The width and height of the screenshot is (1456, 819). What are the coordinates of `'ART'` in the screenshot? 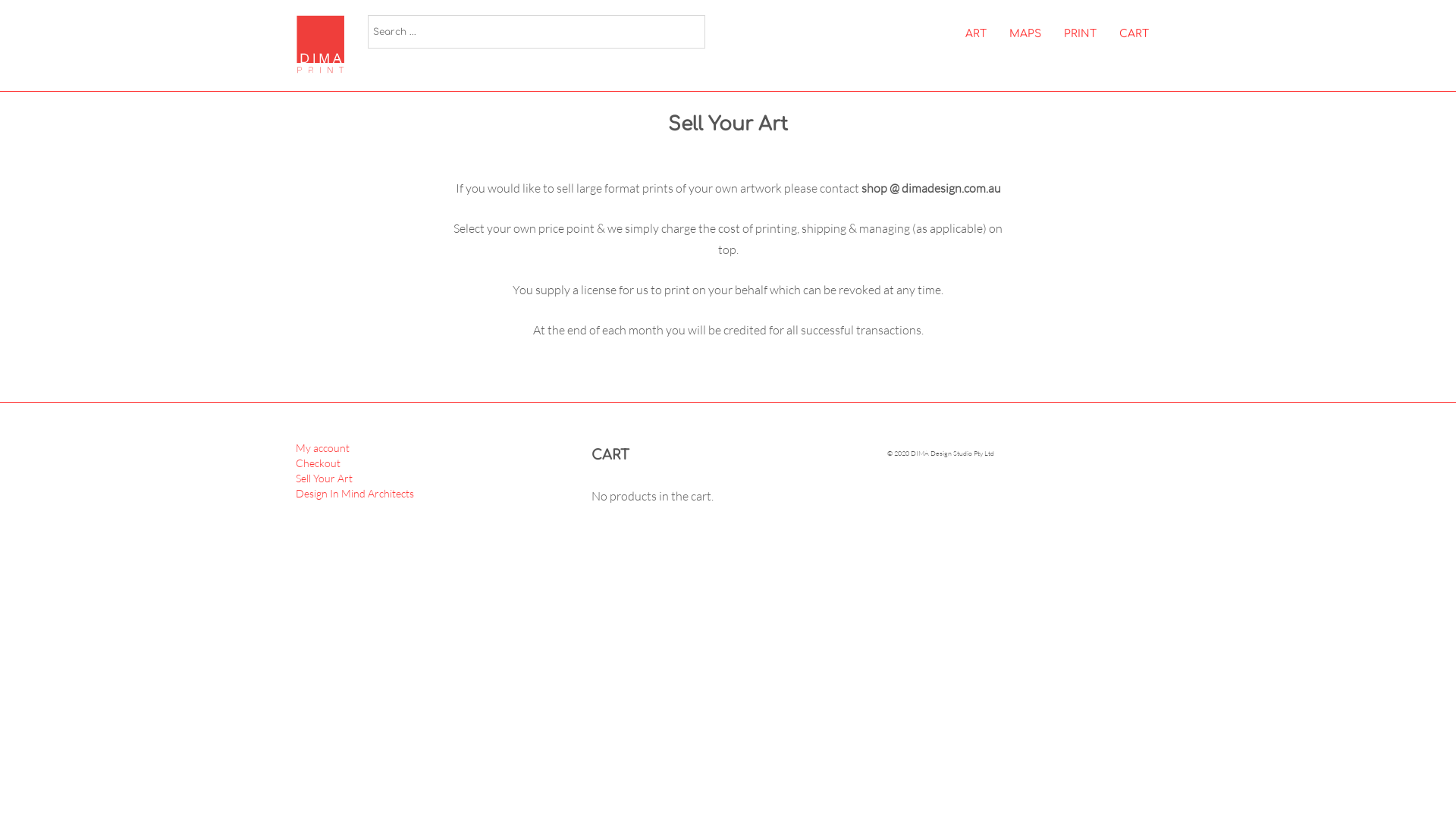 It's located at (975, 34).